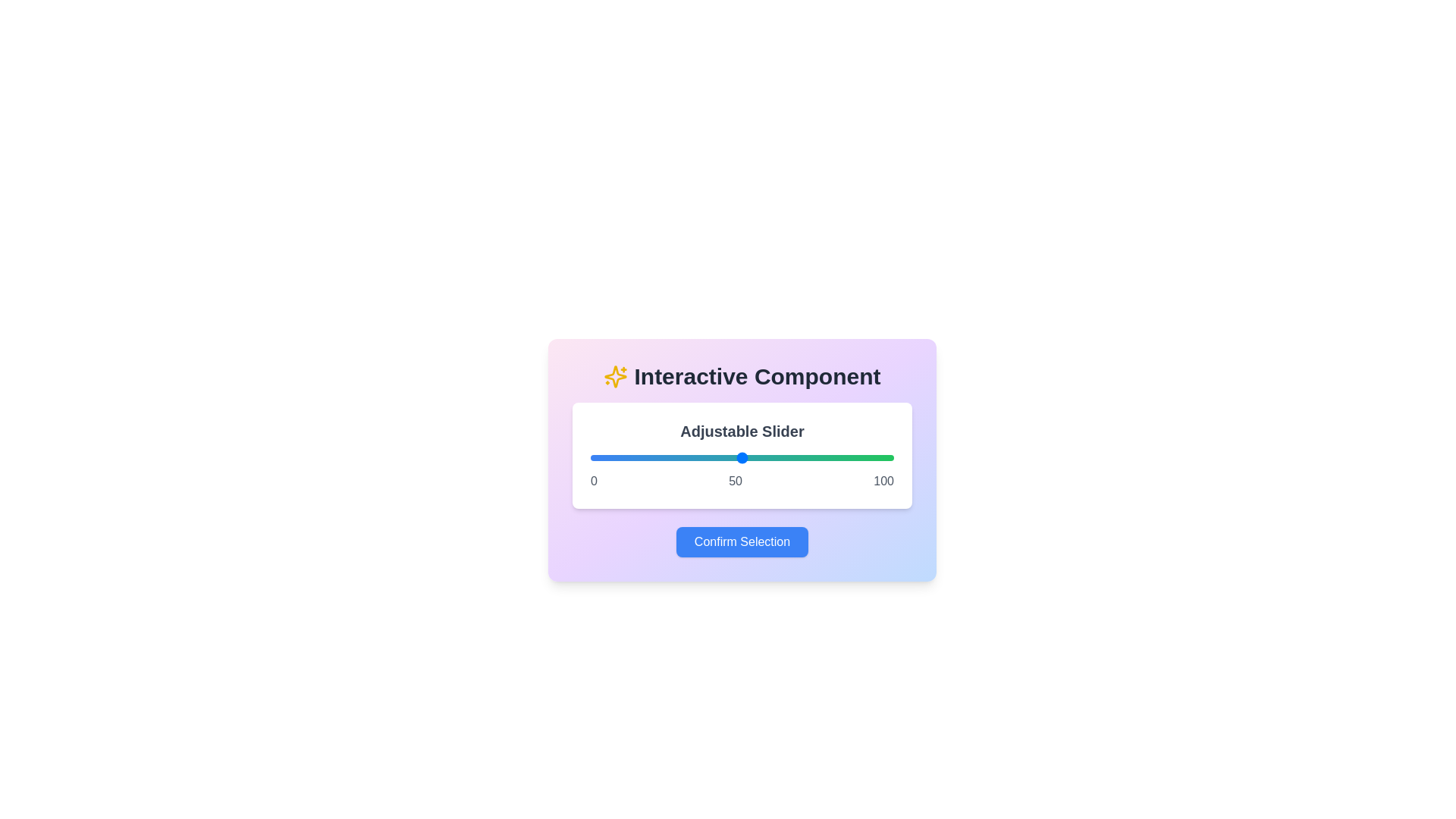 This screenshot has height=819, width=1456. What do you see at coordinates (748, 457) in the screenshot?
I see `the slider to a specific value 52` at bounding box center [748, 457].